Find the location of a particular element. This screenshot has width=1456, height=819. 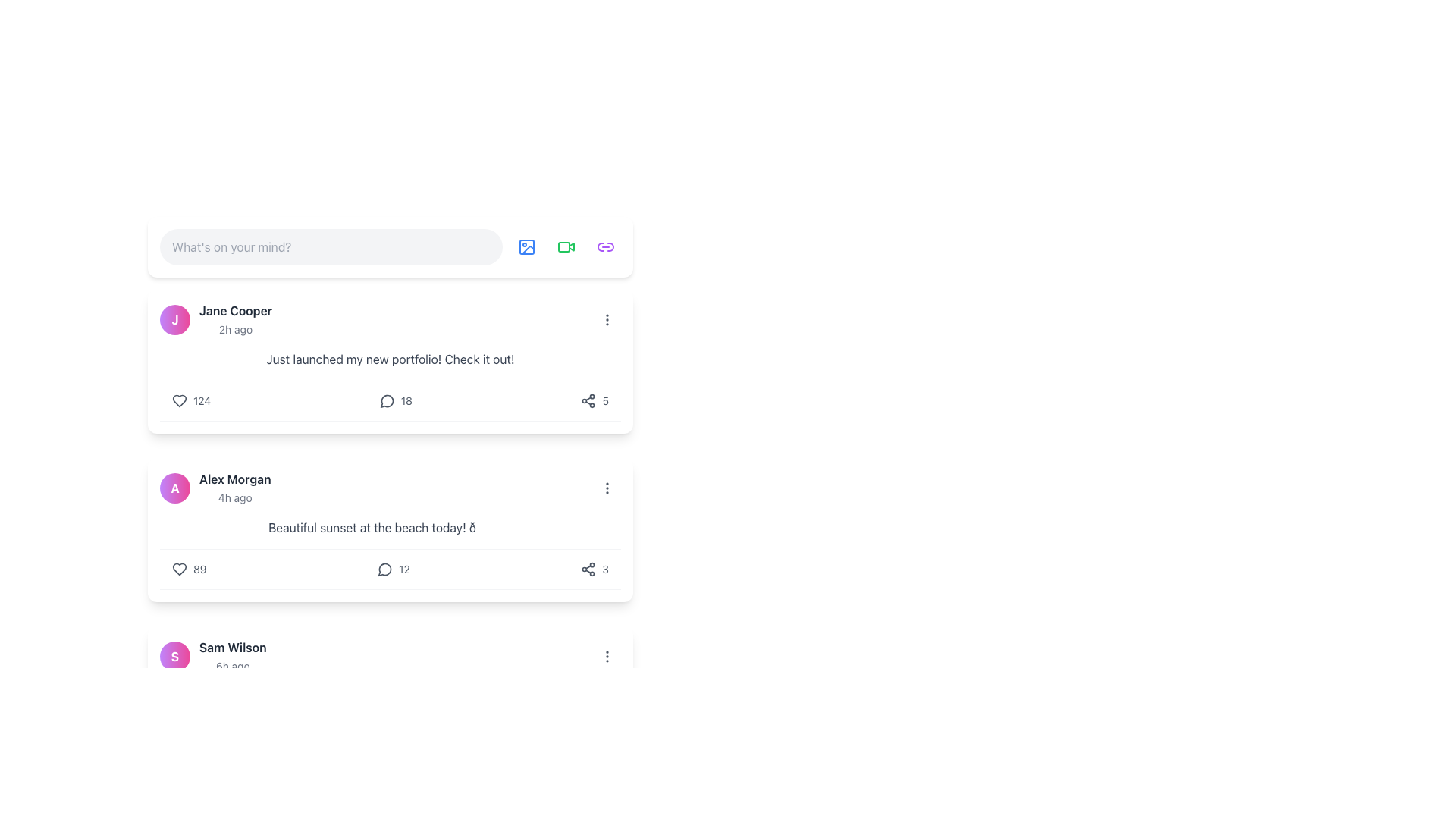

the text display element that shows the author's name (Jane Cooper) and the timestamp (2 hours ago) for the topmost post, located in the upper-left section of the post is located at coordinates (235, 318).